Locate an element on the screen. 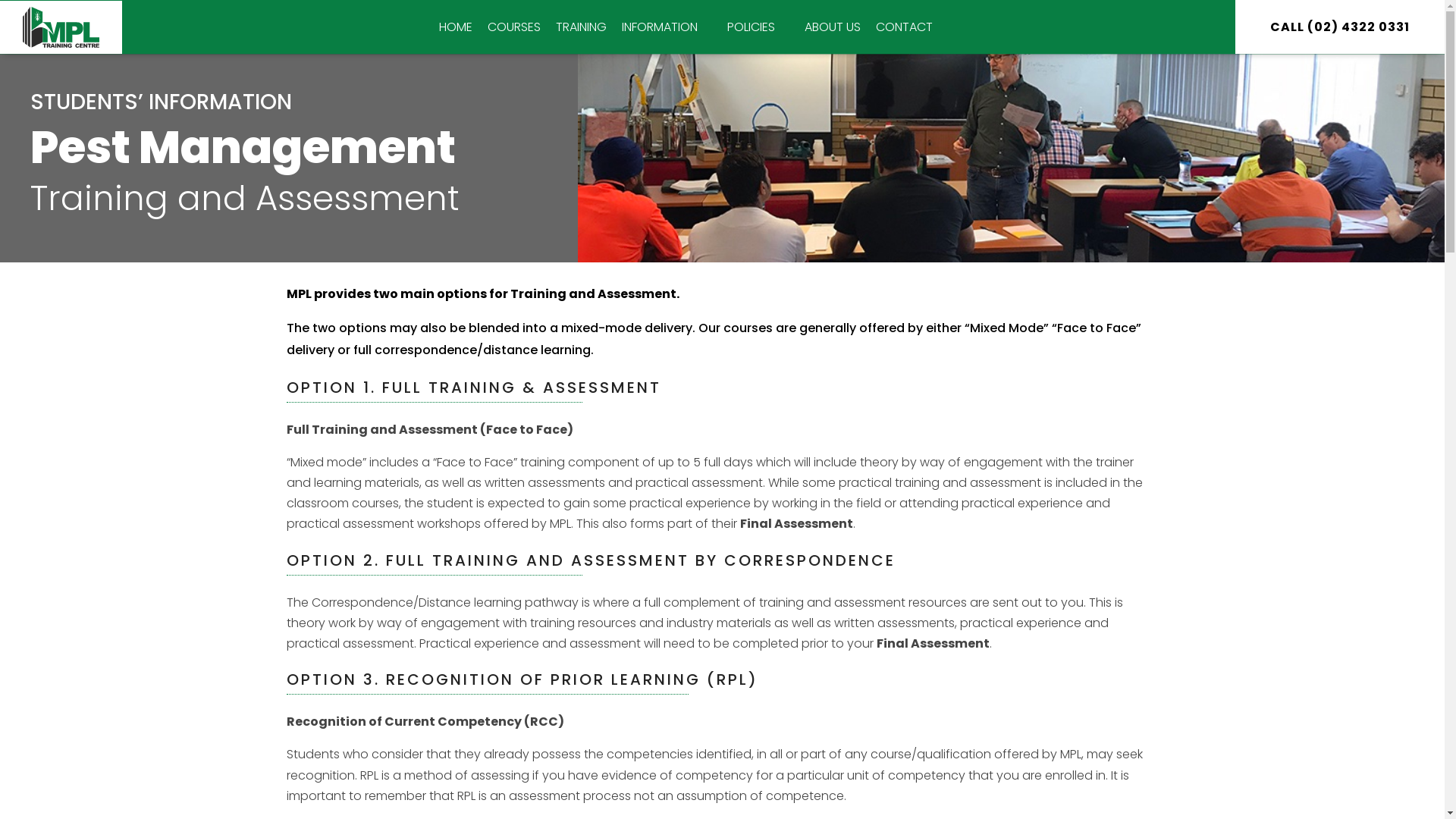 This screenshot has width=1456, height=819. 'ABOUT US' is located at coordinates (832, 27).